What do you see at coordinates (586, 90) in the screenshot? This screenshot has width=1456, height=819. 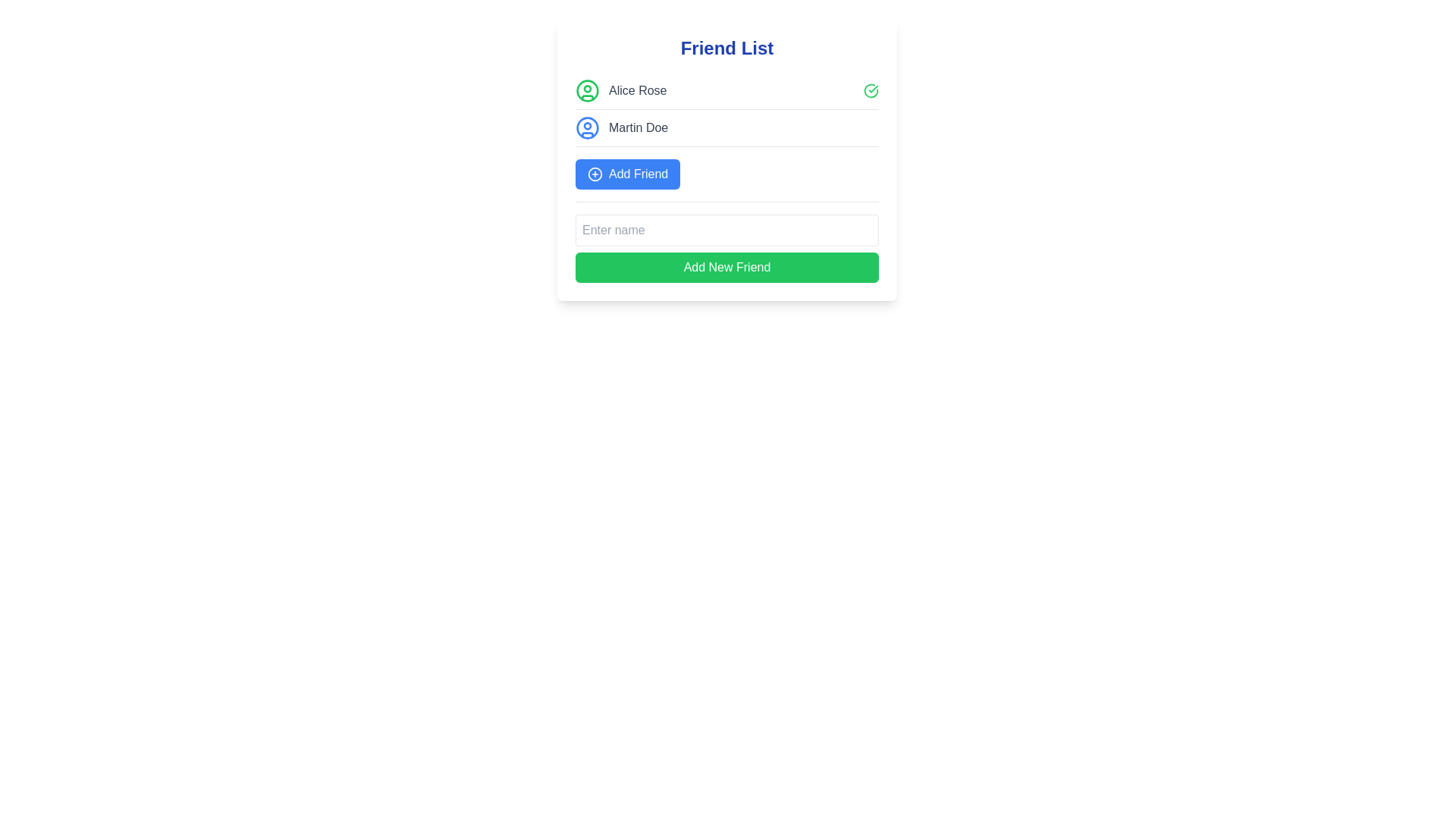 I see `the user icon representing 'Alice Rose' in the 'Friend List' section` at bounding box center [586, 90].